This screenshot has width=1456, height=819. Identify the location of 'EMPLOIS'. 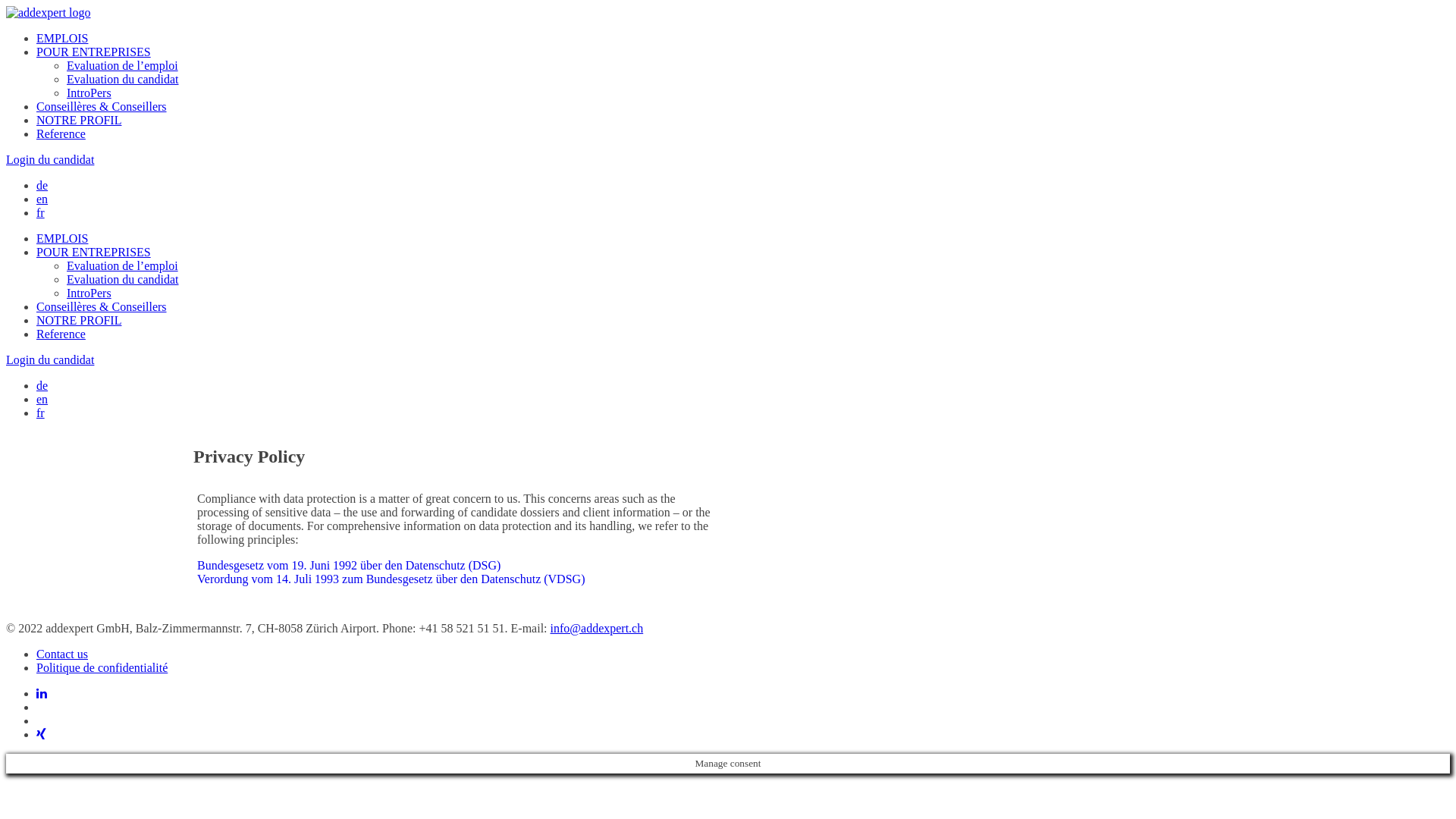
(61, 238).